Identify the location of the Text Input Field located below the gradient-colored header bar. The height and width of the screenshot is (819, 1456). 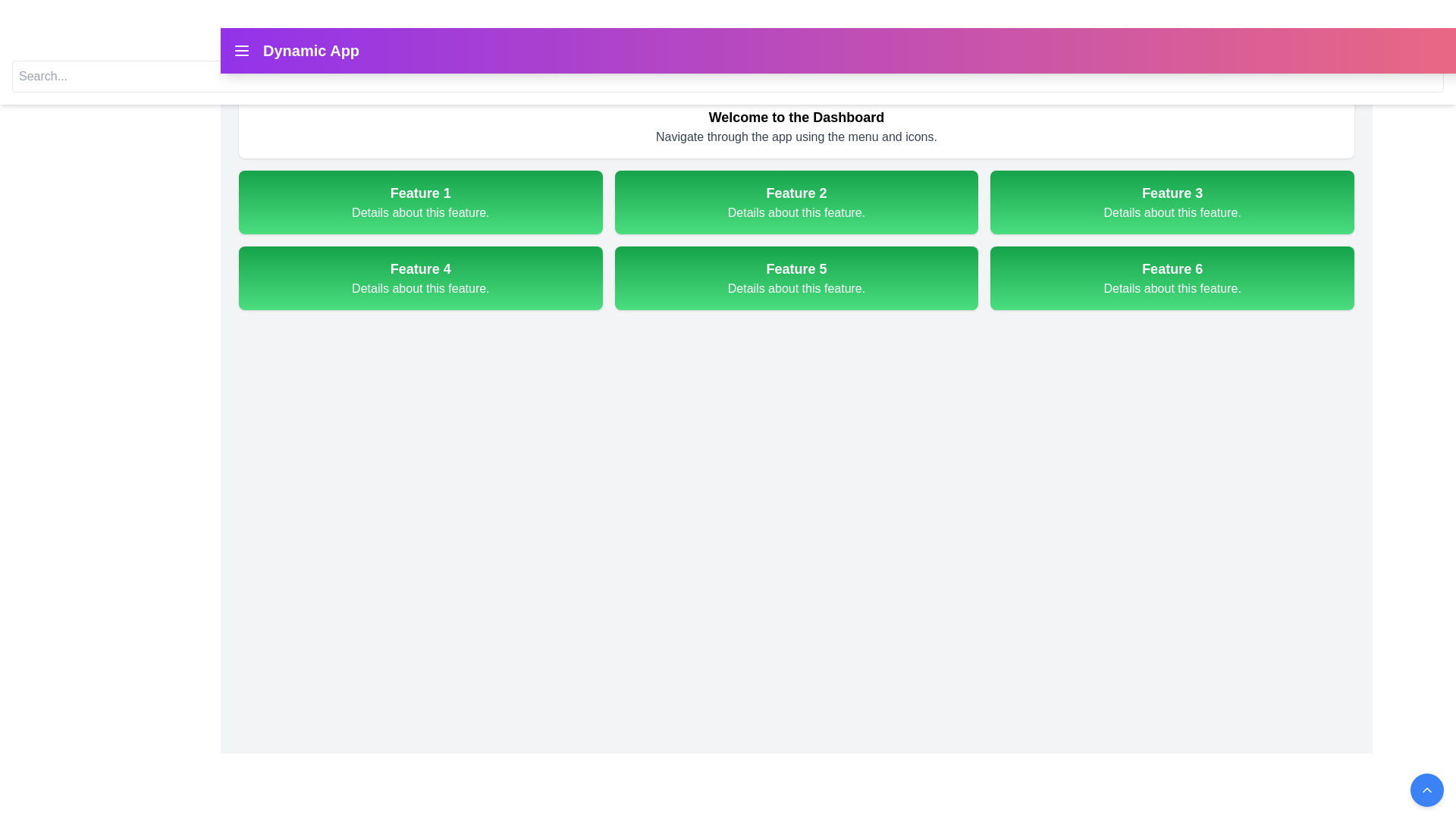
(728, 76).